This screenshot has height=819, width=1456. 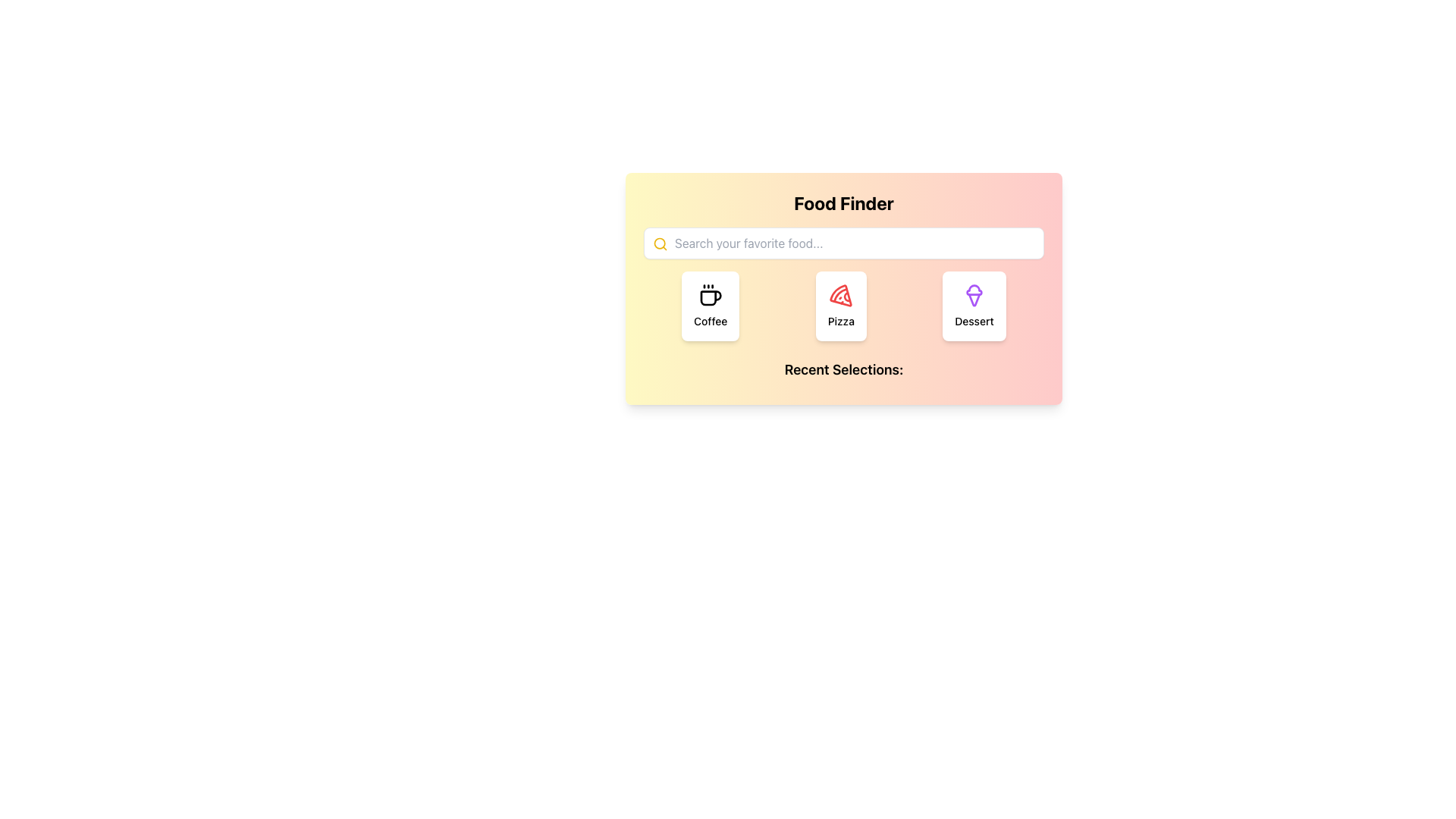 What do you see at coordinates (974, 300) in the screenshot?
I see `the purple cone-shaped element in the Dessert category icon, which is the third card in the row of food categories in the application's main panel` at bounding box center [974, 300].